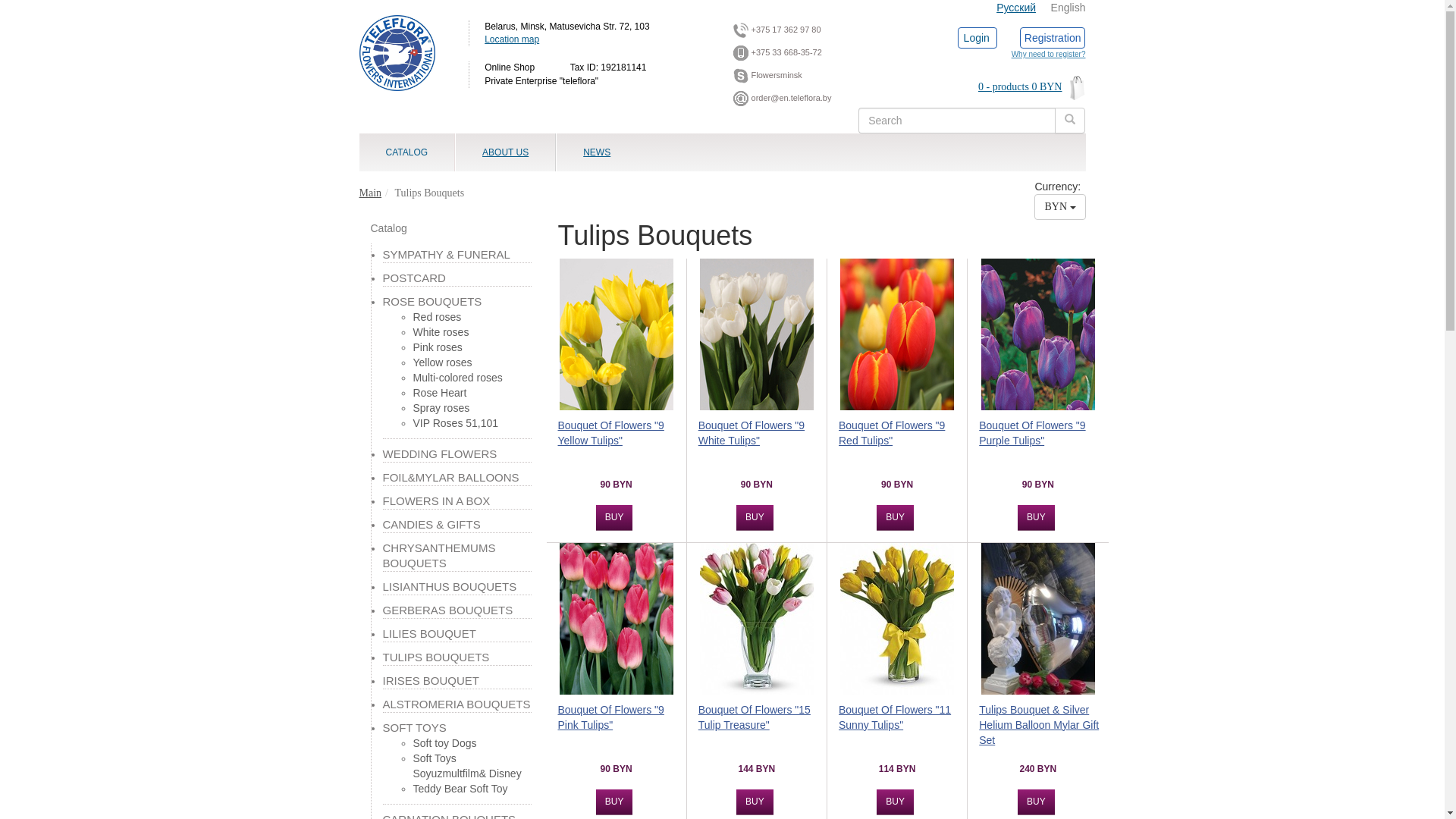 The image size is (1456, 819). Describe the element at coordinates (459, 788) in the screenshot. I see `'Teddy Bear Soft Toy'` at that location.